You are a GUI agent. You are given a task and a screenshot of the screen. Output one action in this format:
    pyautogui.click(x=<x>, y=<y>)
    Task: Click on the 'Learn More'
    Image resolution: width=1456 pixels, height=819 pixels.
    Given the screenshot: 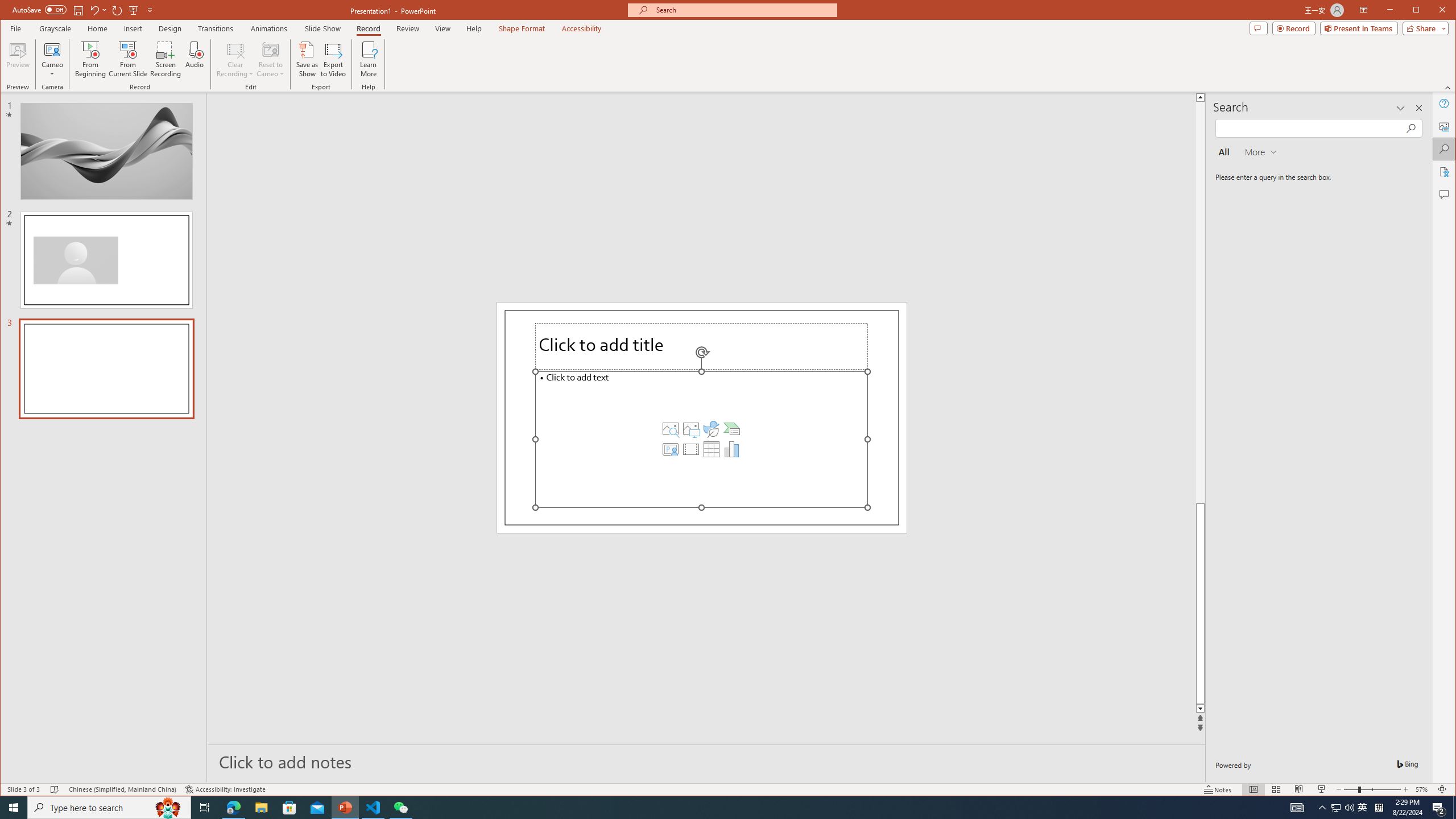 What is the action you would take?
    pyautogui.click(x=368, y=59)
    